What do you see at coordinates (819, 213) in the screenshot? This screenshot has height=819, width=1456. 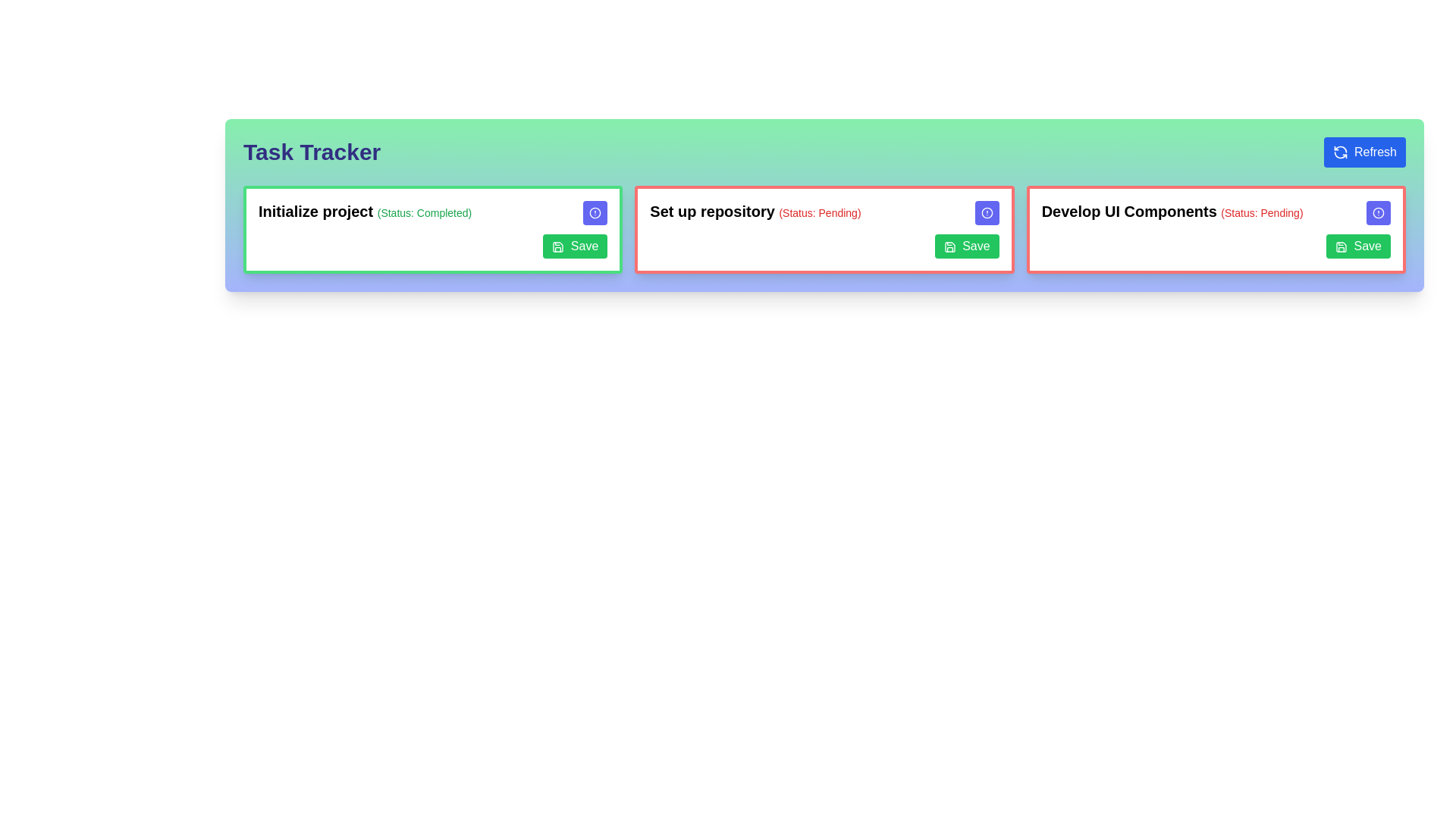 I see `the text label indicating the current status of the 'Set up repository' task marked as 'Pending', located to the right of the bold title 'Set up repository'` at bounding box center [819, 213].